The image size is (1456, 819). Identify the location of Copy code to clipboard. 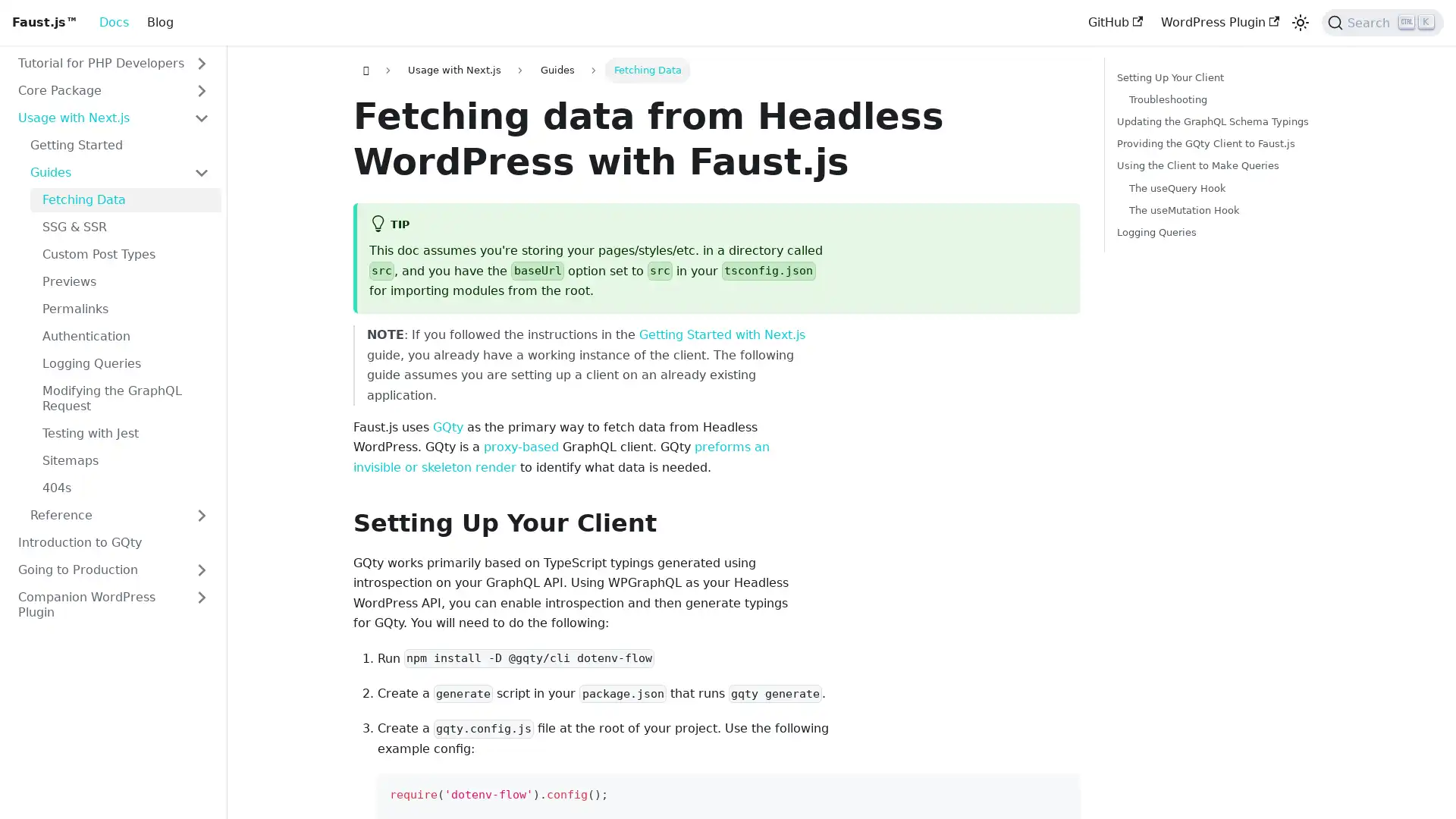
(1060, 792).